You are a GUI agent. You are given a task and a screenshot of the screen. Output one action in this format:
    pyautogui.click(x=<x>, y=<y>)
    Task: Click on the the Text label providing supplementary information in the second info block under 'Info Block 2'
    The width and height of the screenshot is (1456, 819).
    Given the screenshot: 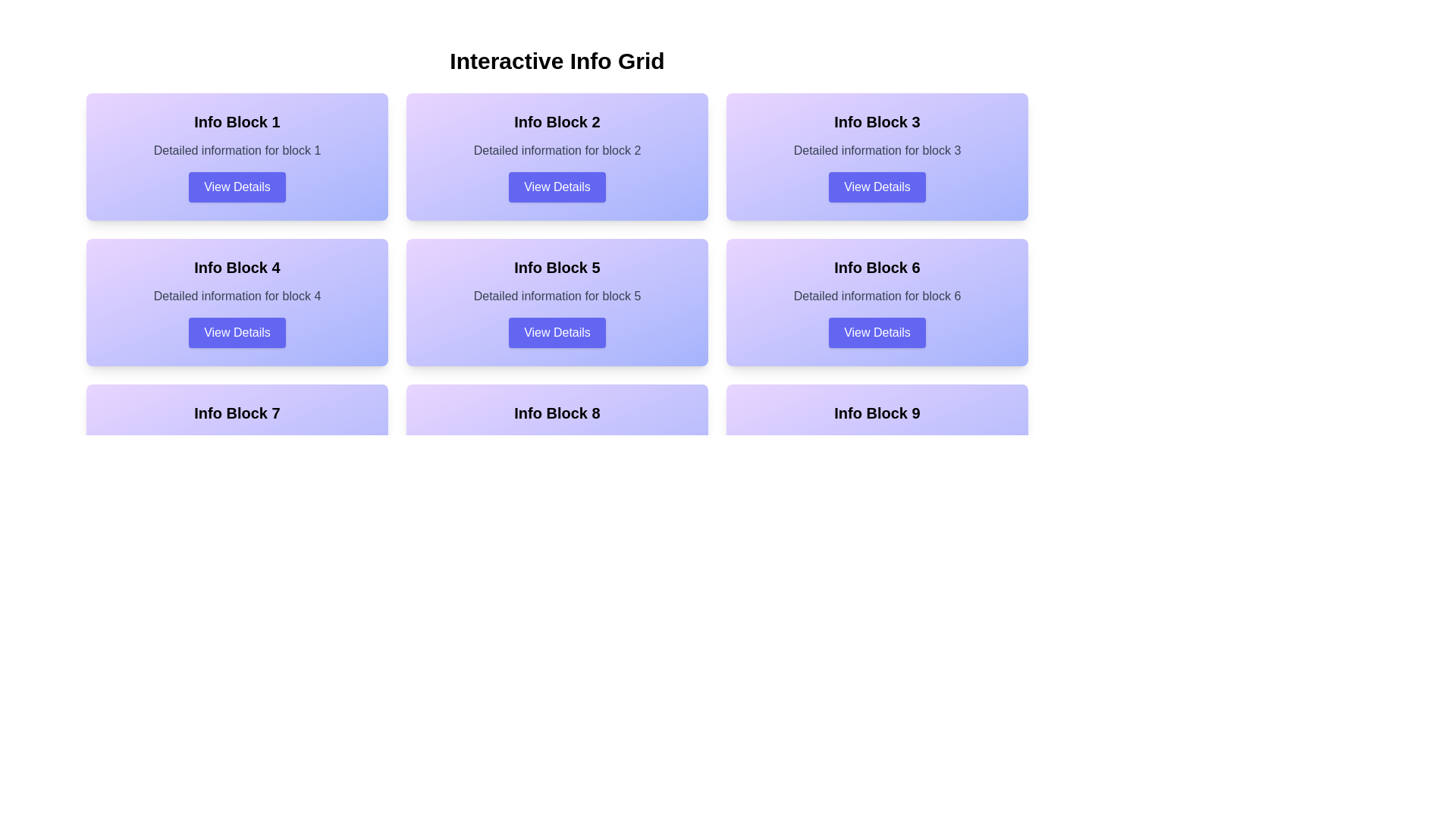 What is the action you would take?
    pyautogui.click(x=556, y=151)
    